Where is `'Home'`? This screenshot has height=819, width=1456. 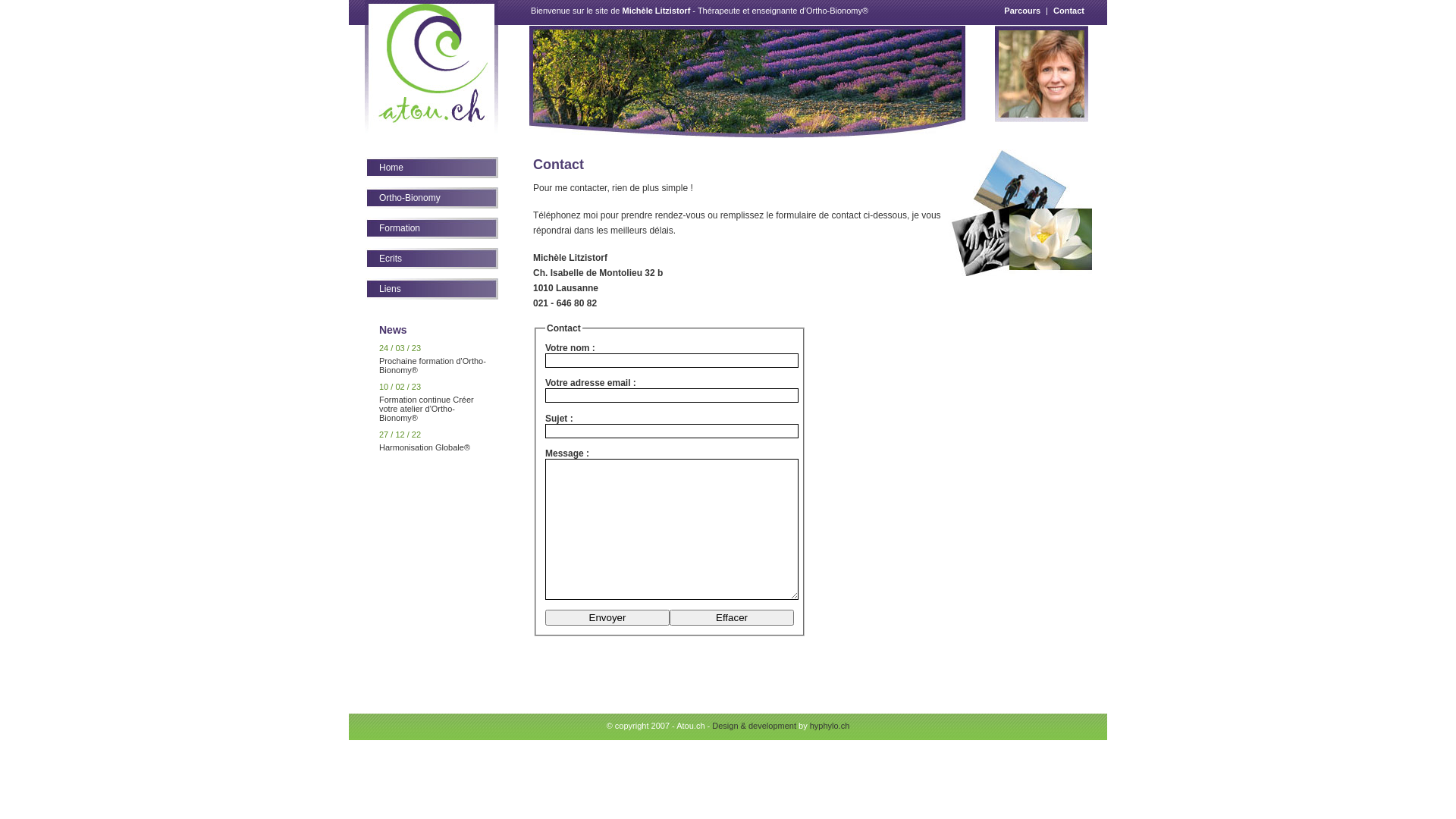 'Home' is located at coordinates (364, 167).